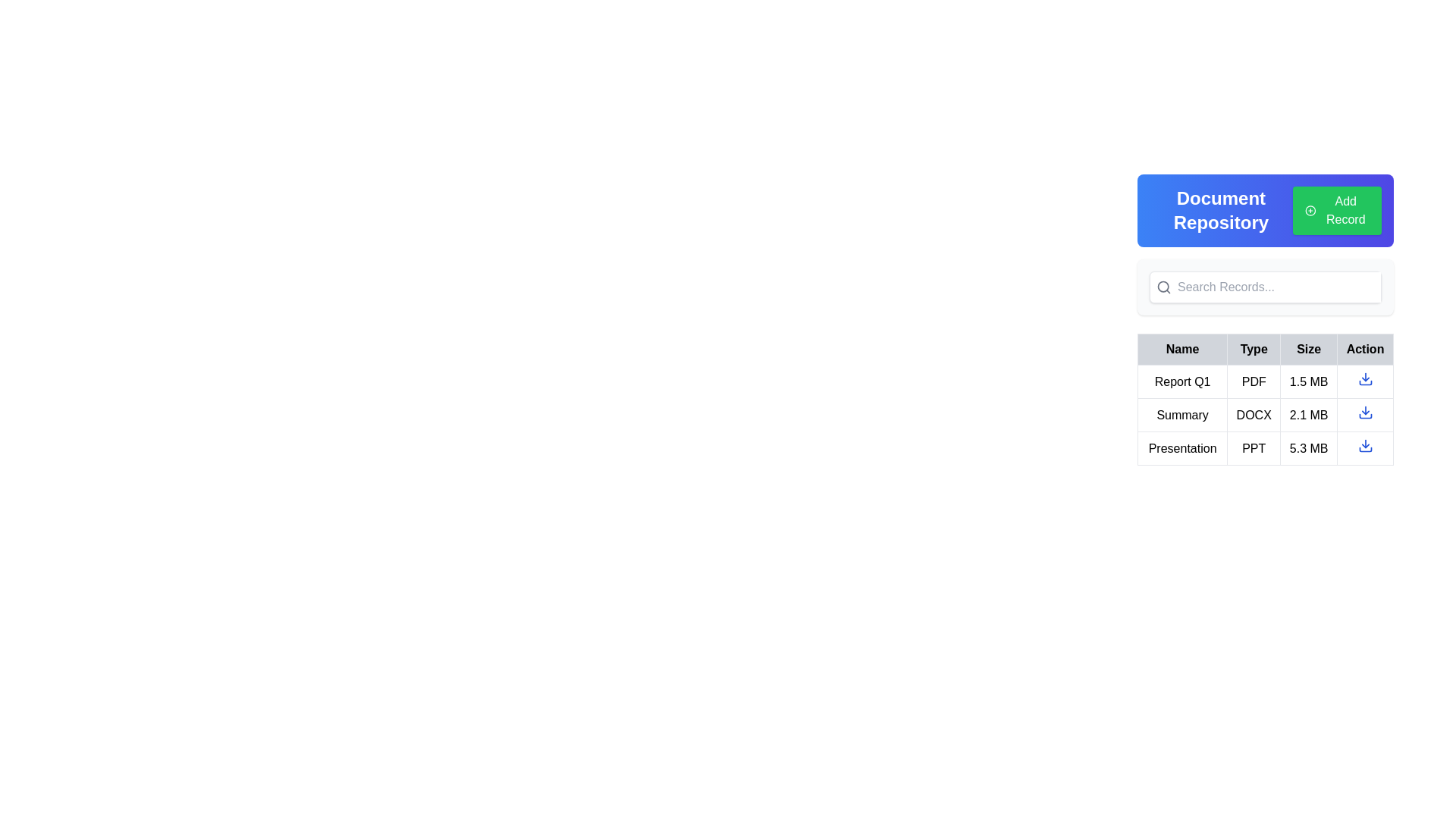 The width and height of the screenshot is (1456, 819). Describe the element at coordinates (1266, 350) in the screenshot. I see `the 'Type' column header in the table, which is positioned between the 'Name' and 'Size' headers` at that location.